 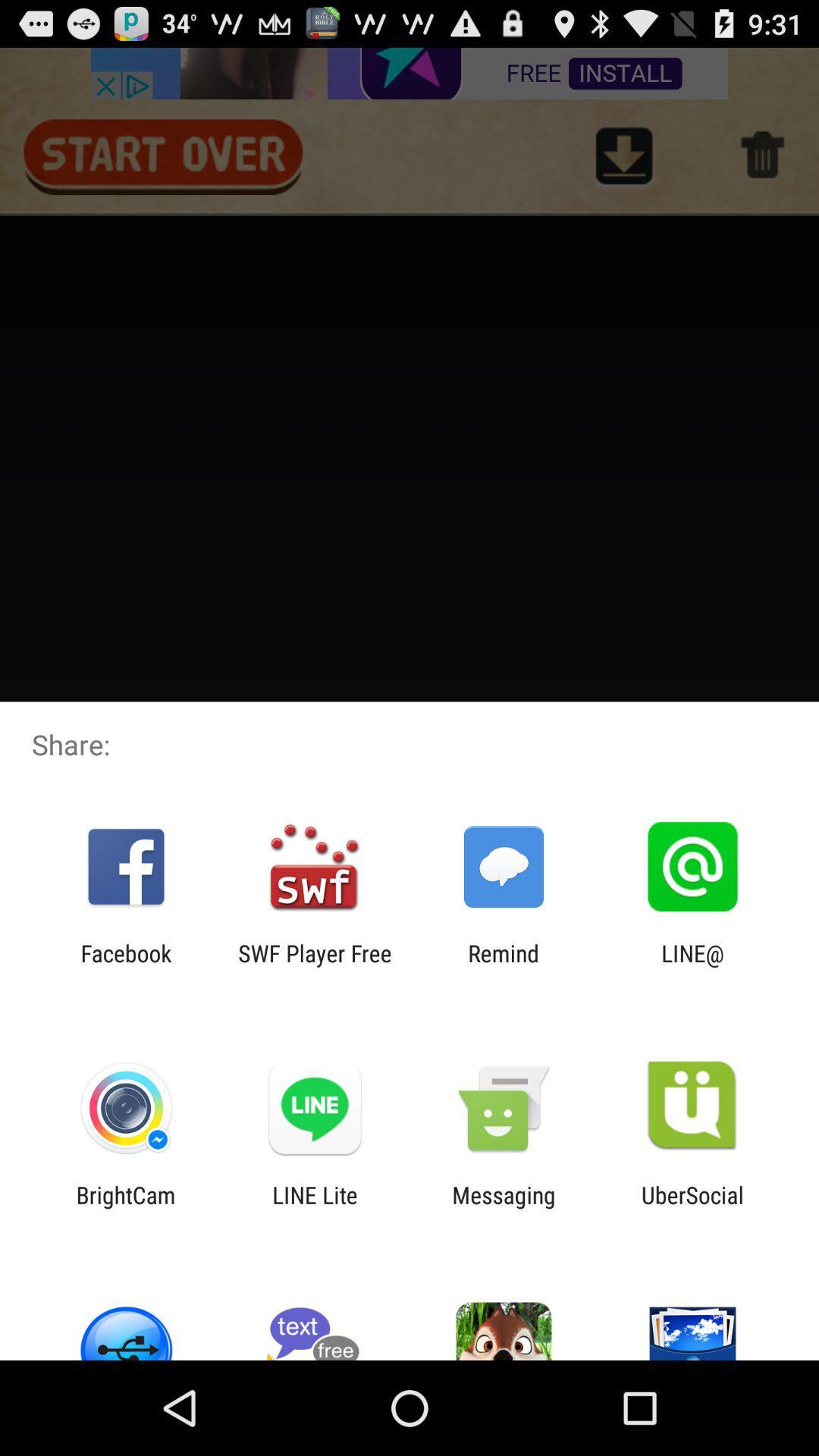 I want to click on the item next to messaging icon, so click(x=314, y=1207).